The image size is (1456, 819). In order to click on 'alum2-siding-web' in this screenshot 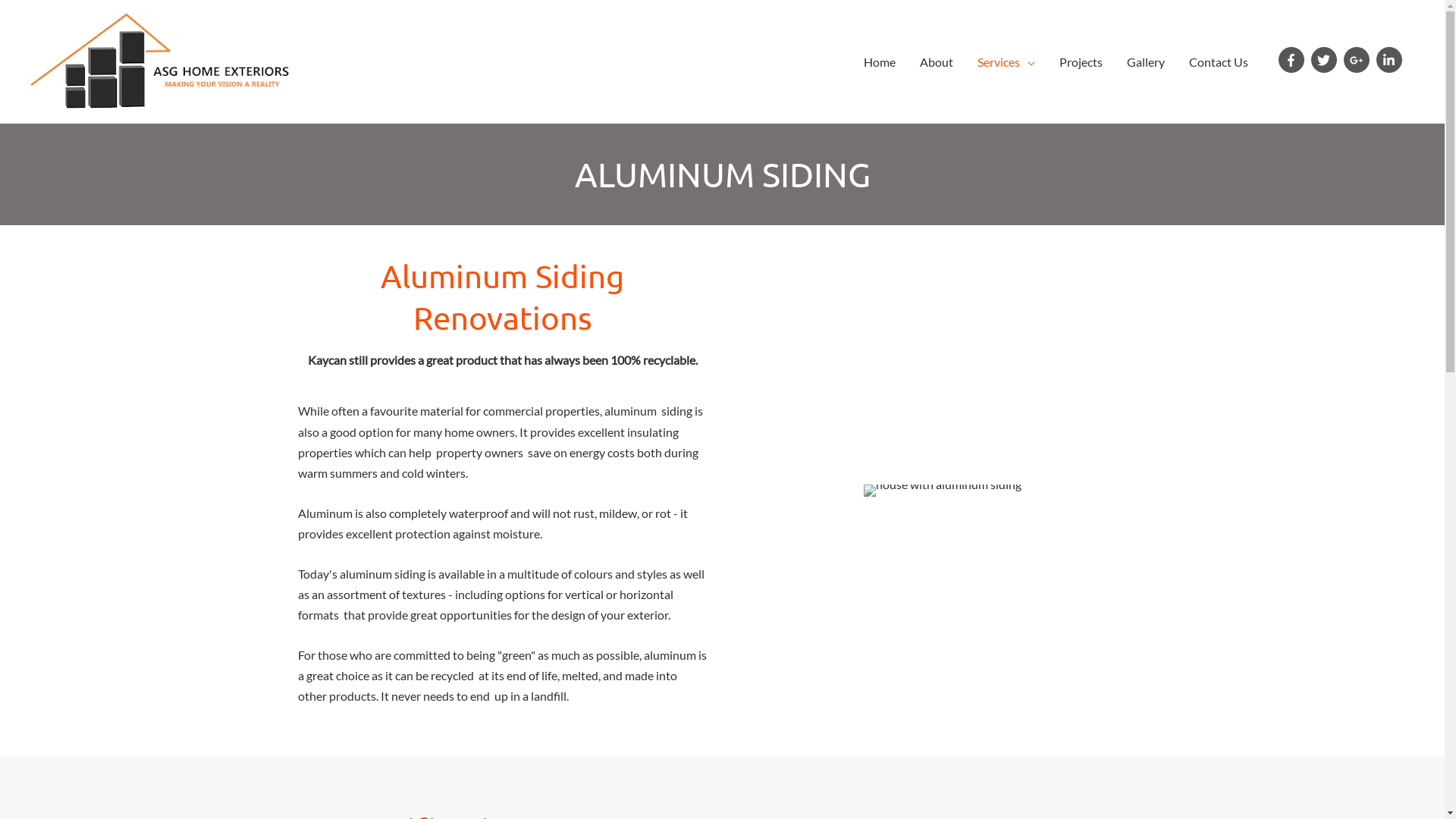, I will do `click(941, 491)`.